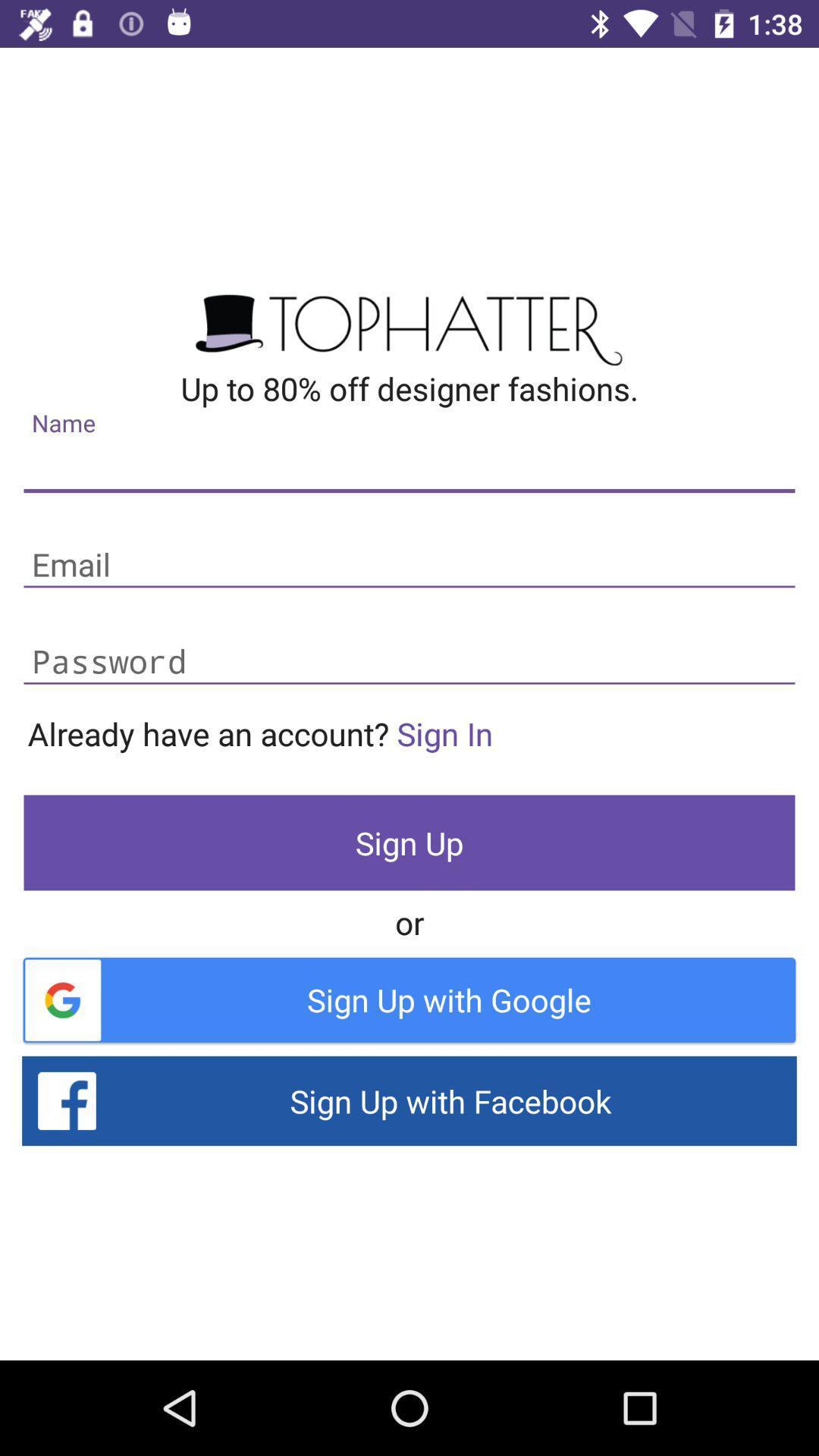 The image size is (819, 1456). What do you see at coordinates (409, 565) in the screenshot?
I see `login` at bounding box center [409, 565].